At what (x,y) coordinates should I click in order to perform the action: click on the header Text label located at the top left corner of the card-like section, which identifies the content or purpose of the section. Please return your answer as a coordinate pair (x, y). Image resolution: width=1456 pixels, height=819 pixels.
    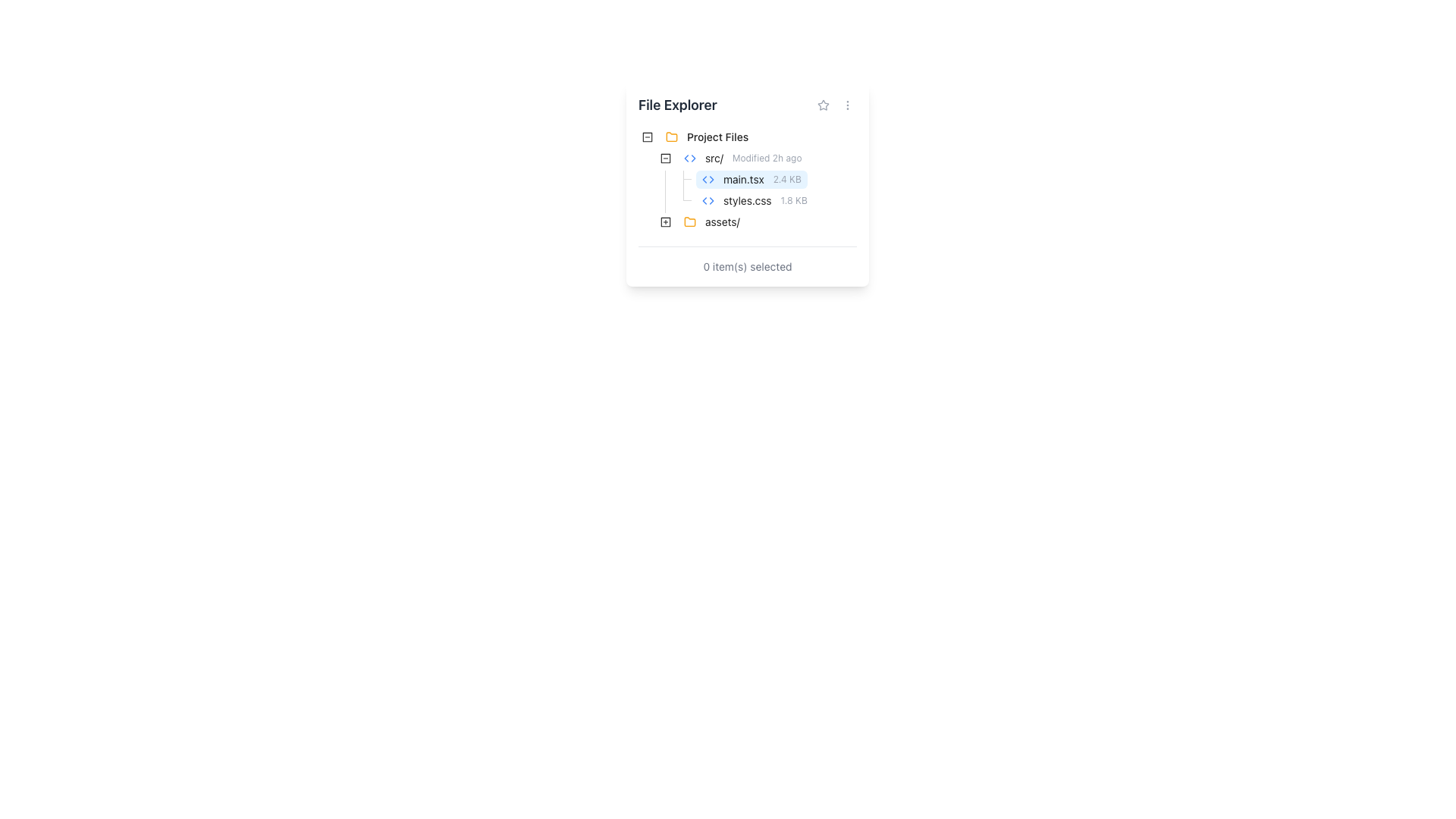
    Looking at the image, I should click on (676, 104).